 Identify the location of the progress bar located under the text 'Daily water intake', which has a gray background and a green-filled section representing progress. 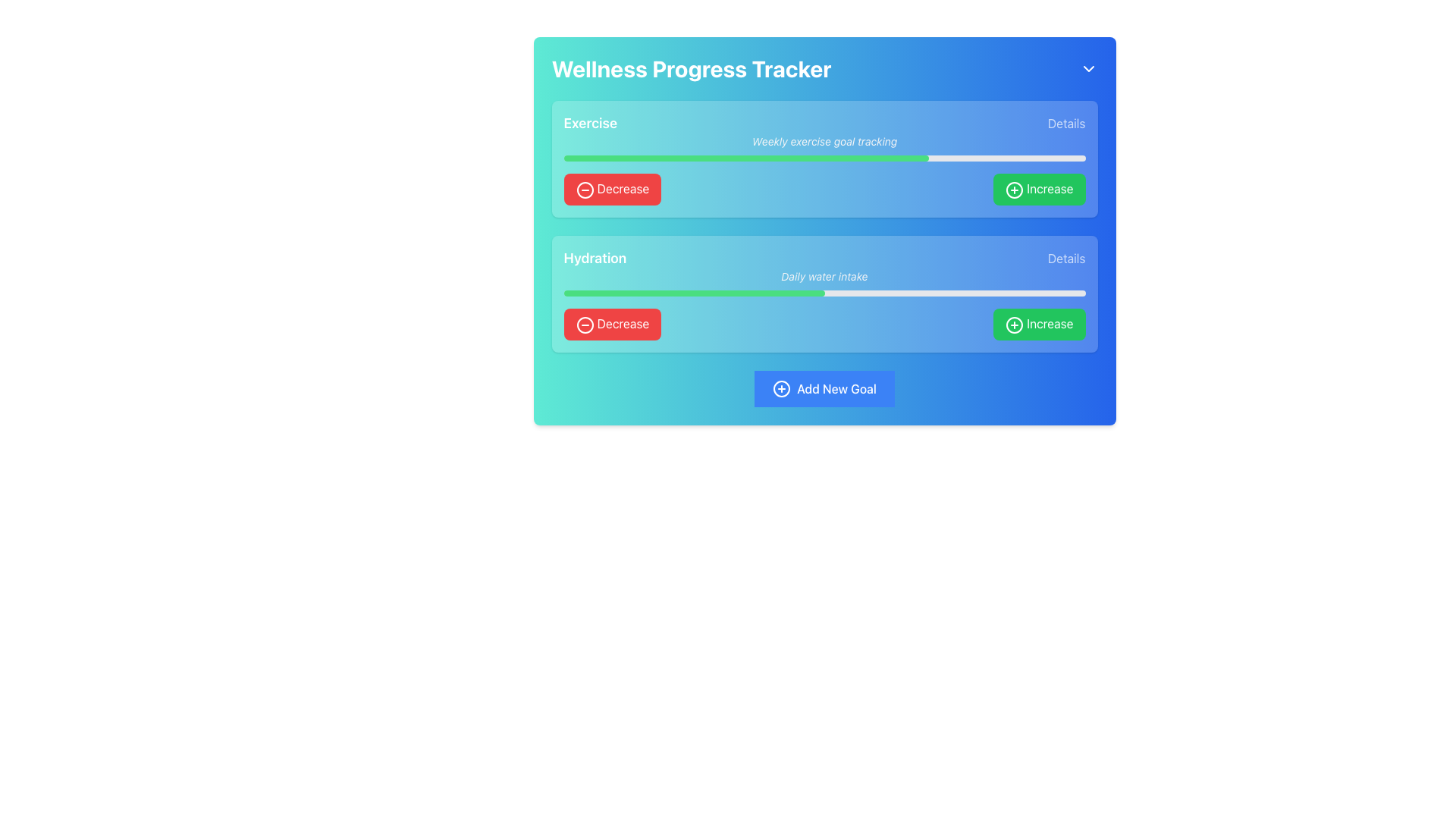
(824, 293).